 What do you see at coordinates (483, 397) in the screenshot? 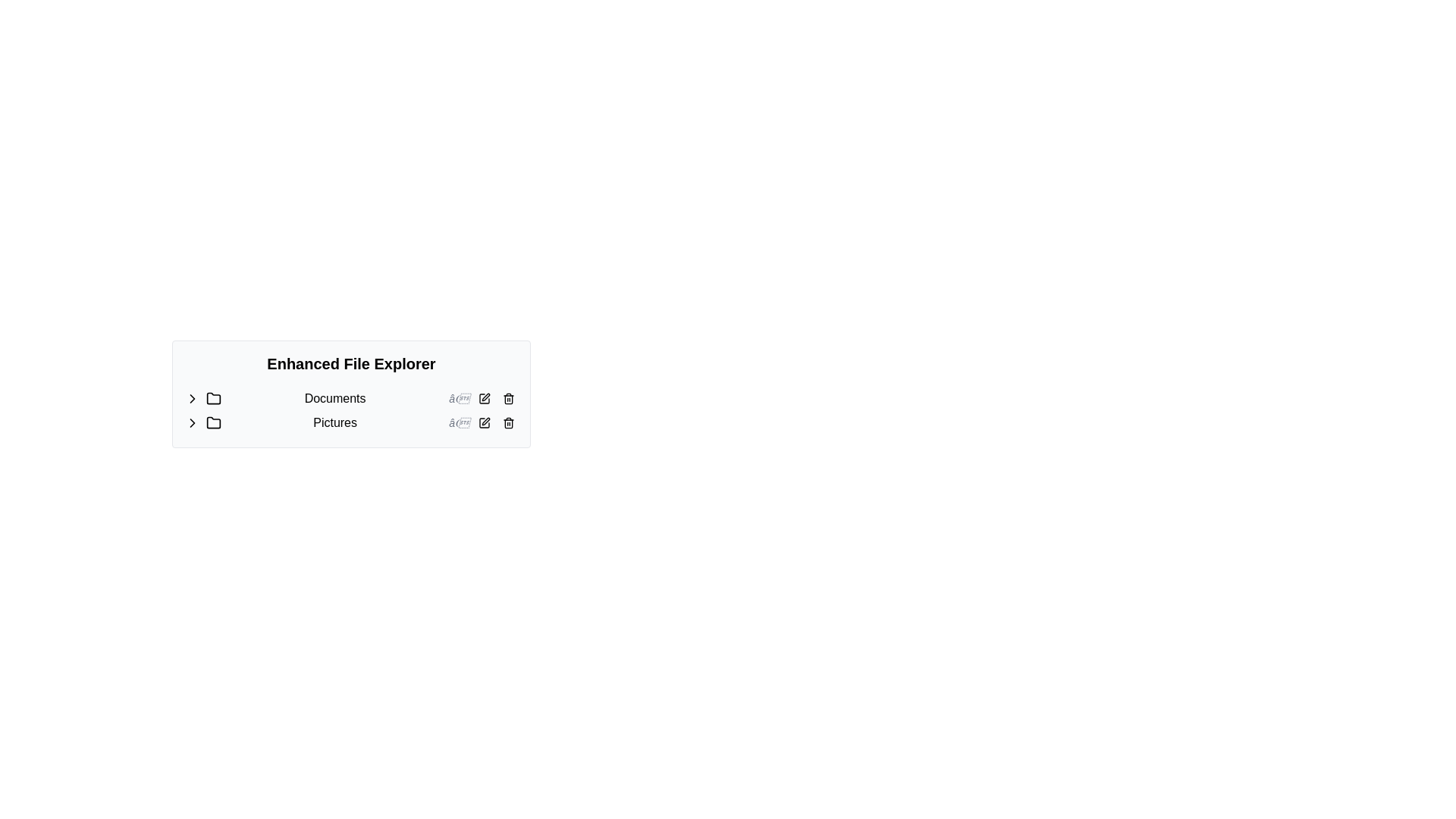
I see `the edit icon, which is the second icon in the row of options next to the 'Documents' label, to initiate an edit action` at bounding box center [483, 397].